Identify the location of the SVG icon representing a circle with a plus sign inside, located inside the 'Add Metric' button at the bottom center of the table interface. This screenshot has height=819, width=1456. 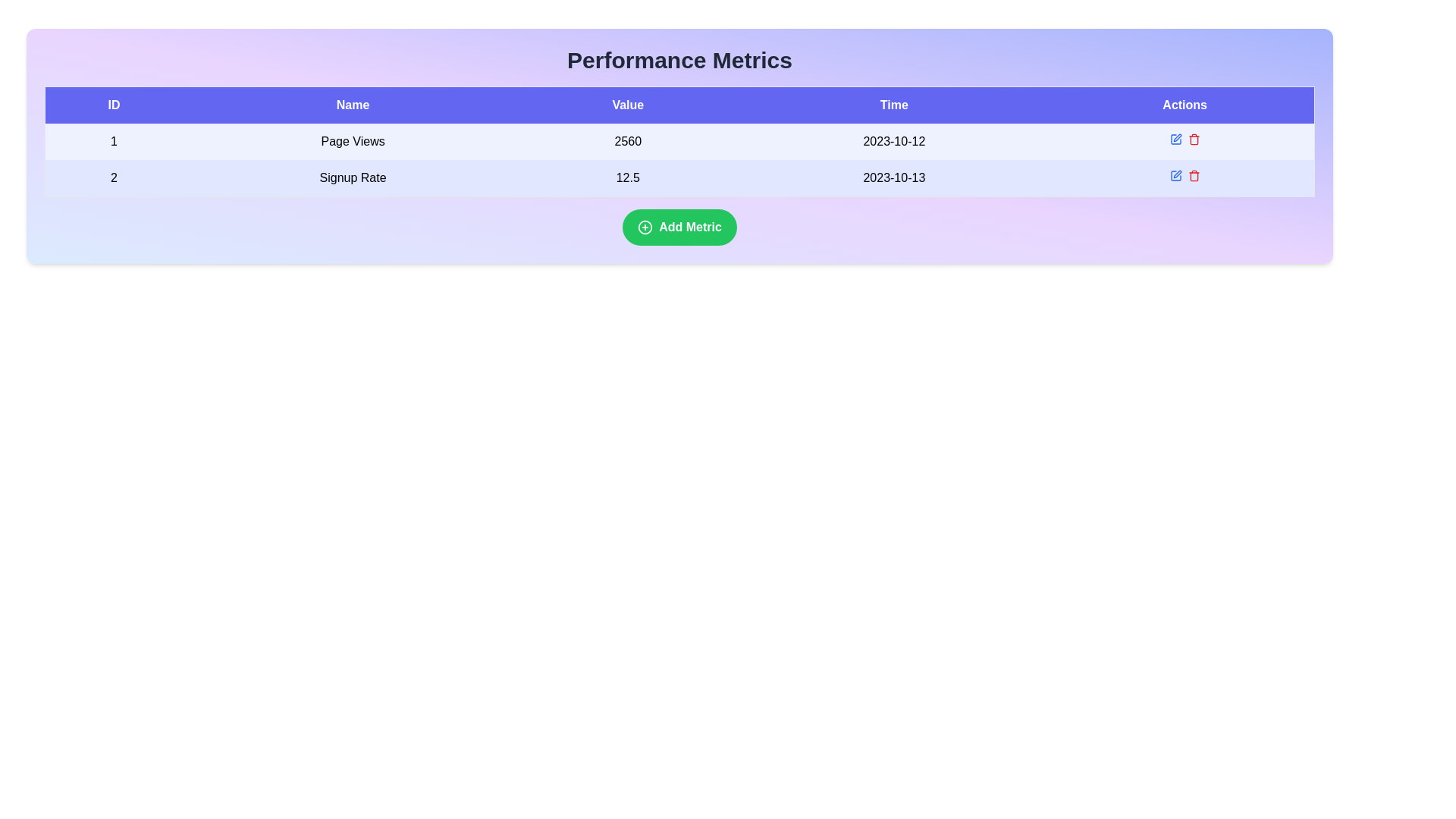
(645, 227).